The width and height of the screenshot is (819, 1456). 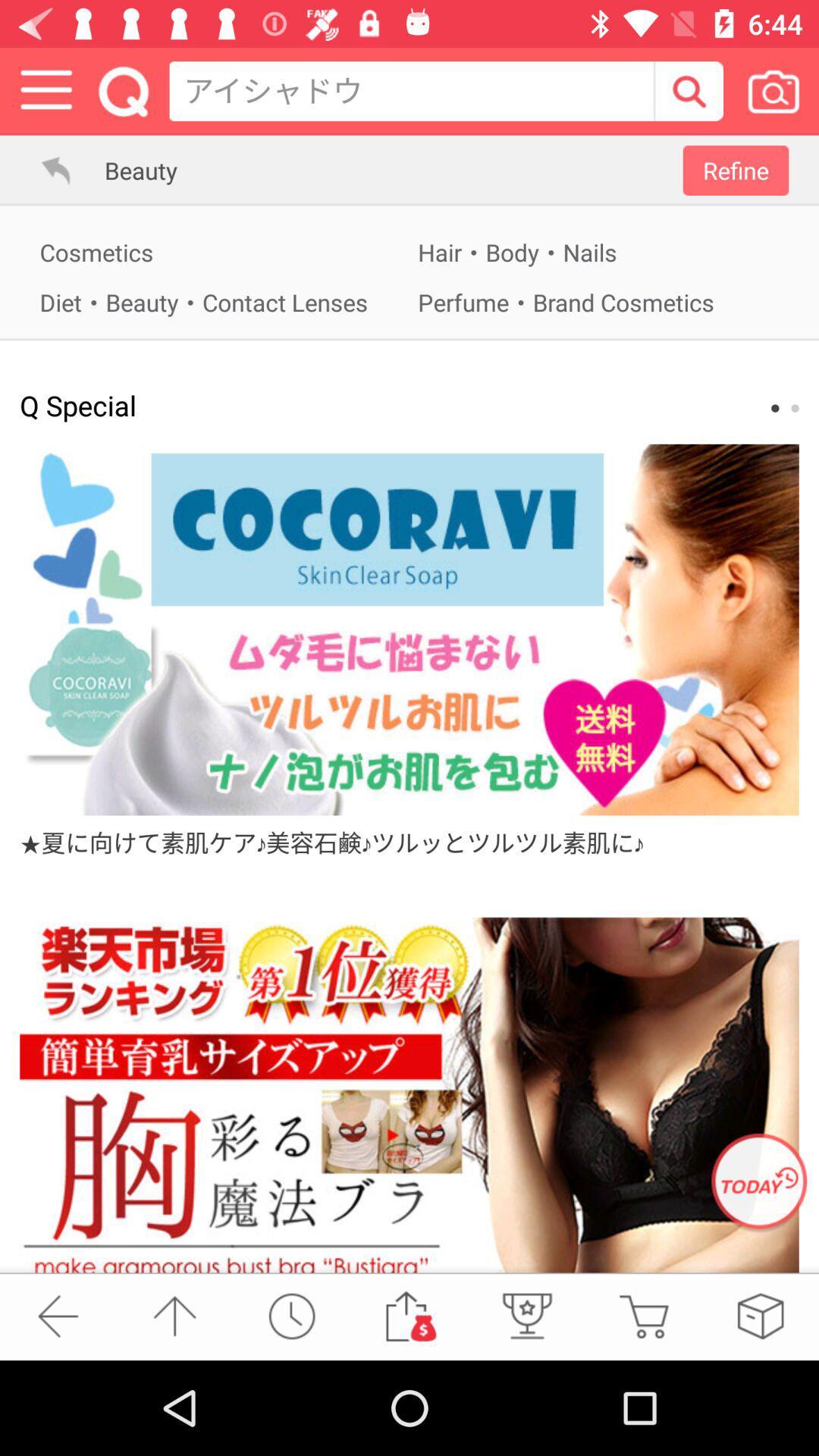 I want to click on the favorite icon, so click(x=760, y=1315).